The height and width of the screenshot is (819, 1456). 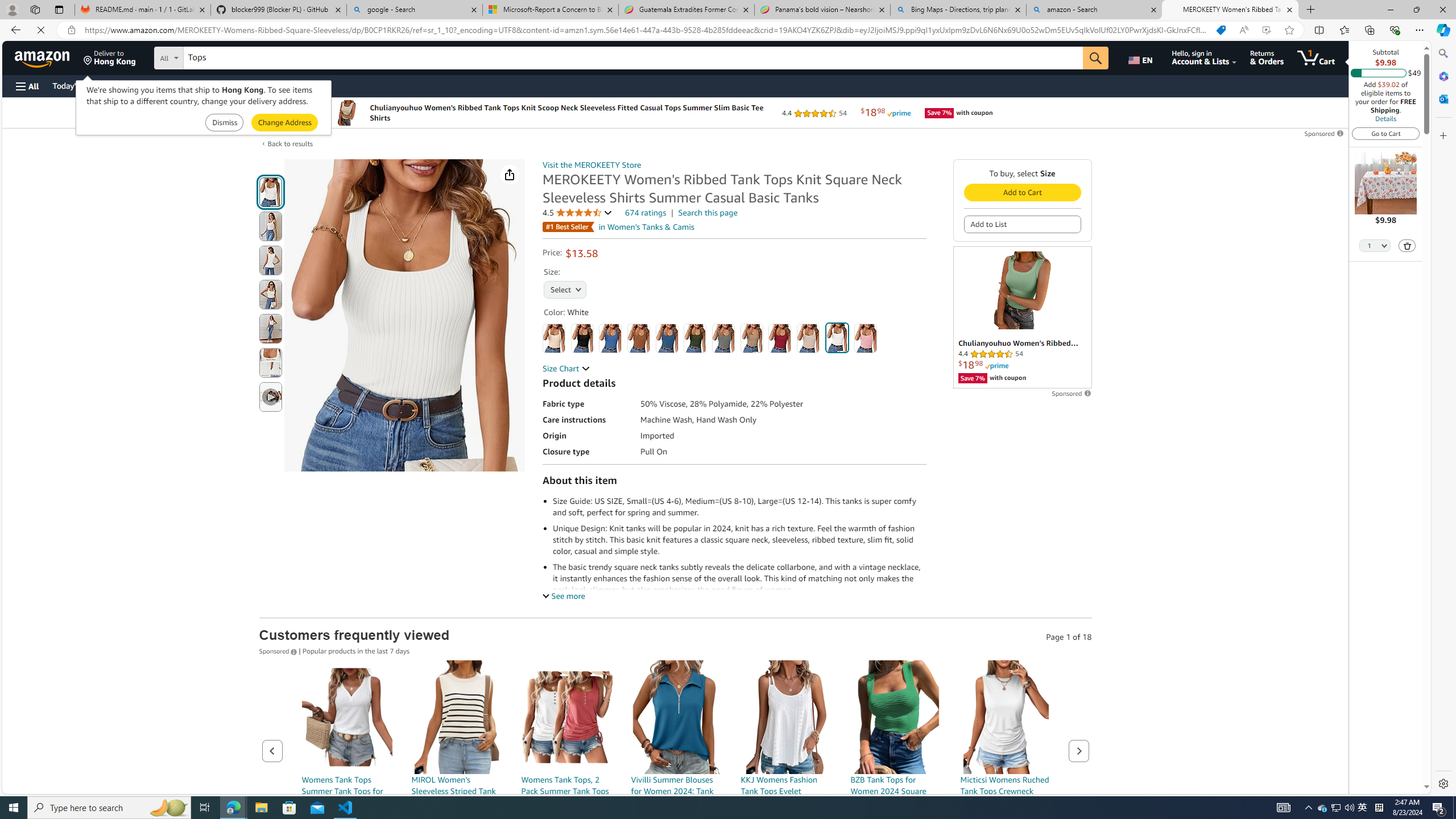 What do you see at coordinates (809, 338) in the screenshot?
I see `'Sand'` at bounding box center [809, 338].